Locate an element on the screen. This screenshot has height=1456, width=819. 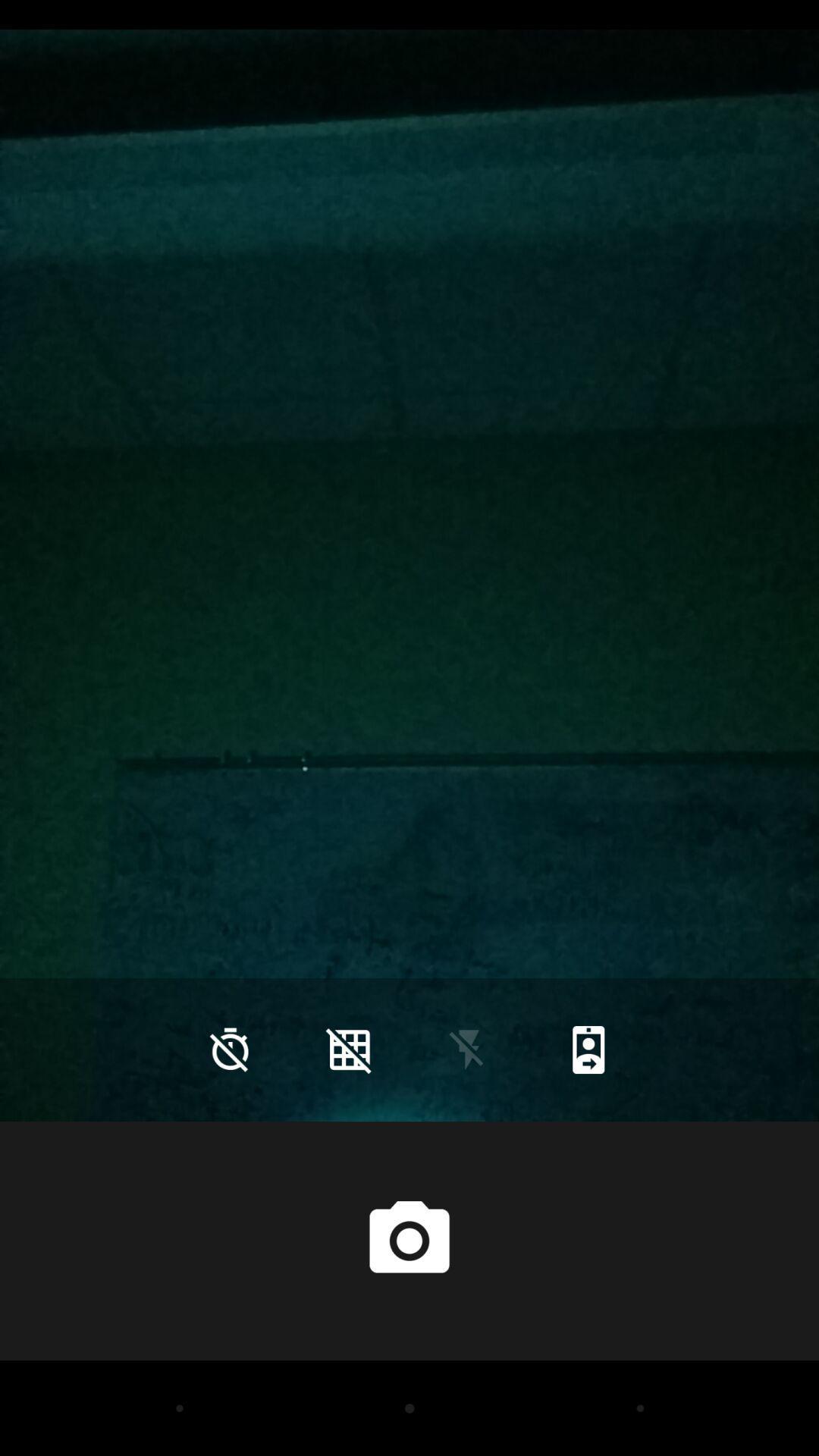
the flash icon is located at coordinates (468, 1049).